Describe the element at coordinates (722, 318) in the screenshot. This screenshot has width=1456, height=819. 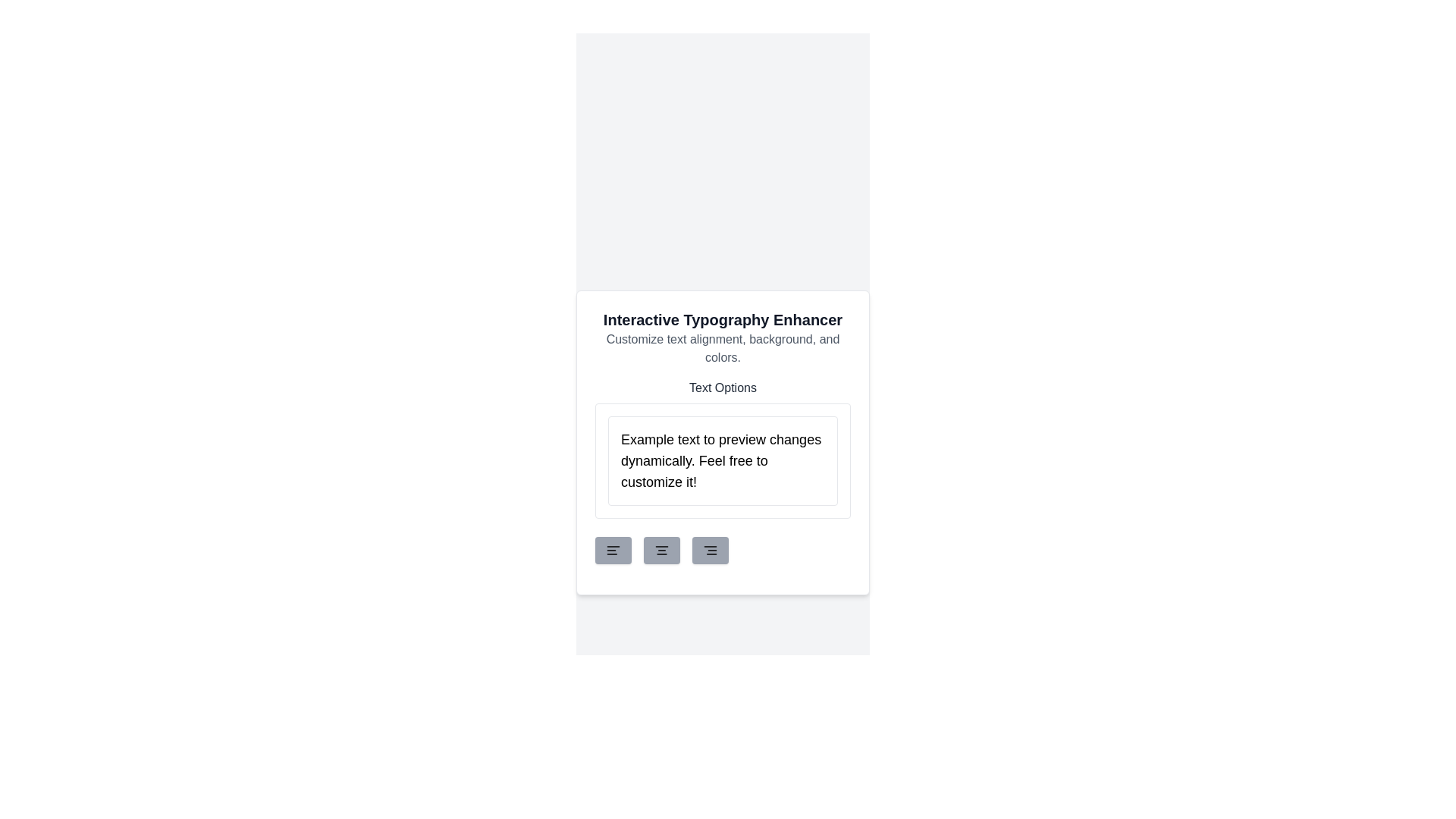
I see `the title or heading text element that acts as a primary description for the related section, positioned centrally towards the top of the interface` at that location.